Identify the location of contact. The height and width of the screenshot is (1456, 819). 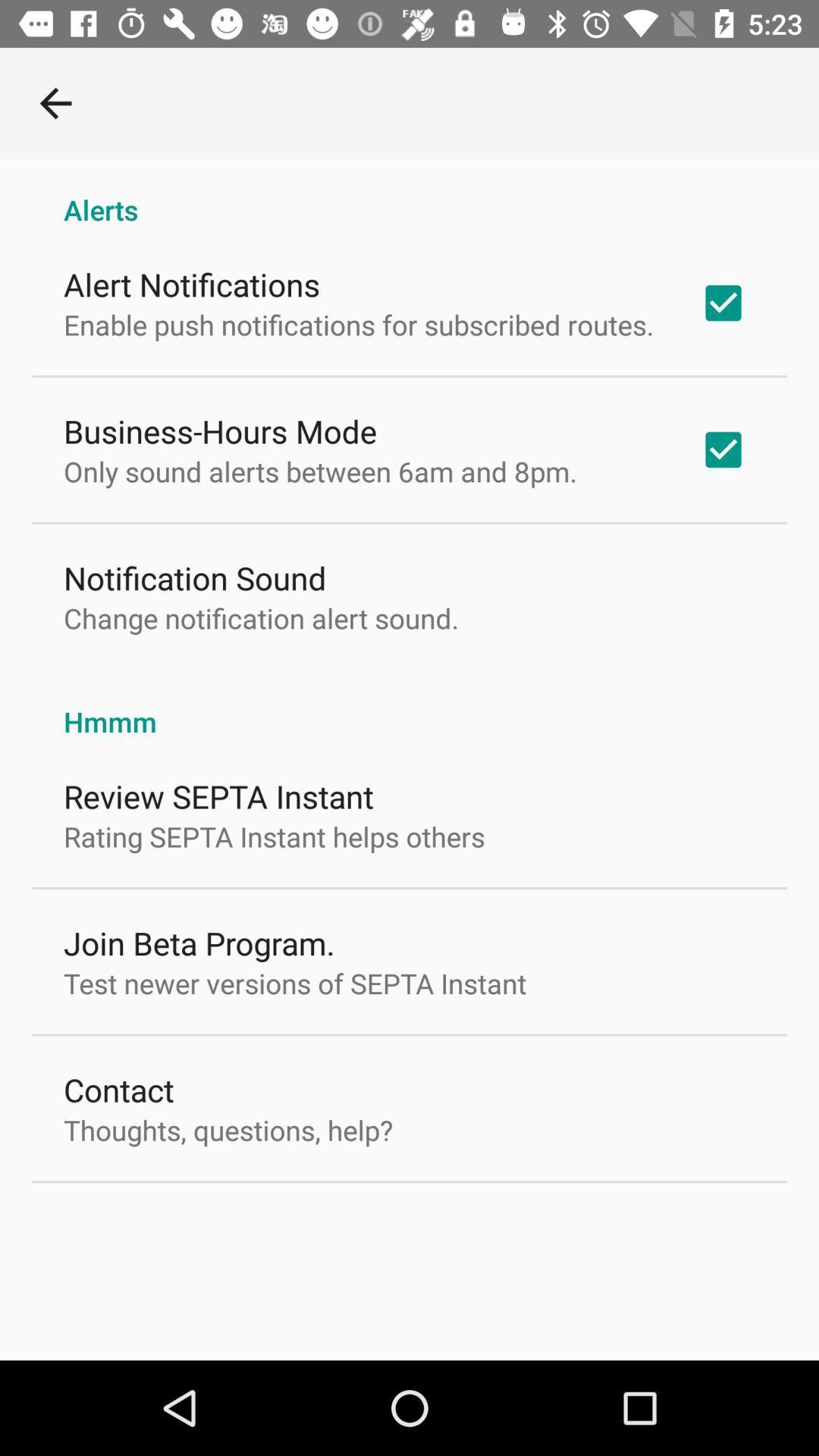
(118, 1088).